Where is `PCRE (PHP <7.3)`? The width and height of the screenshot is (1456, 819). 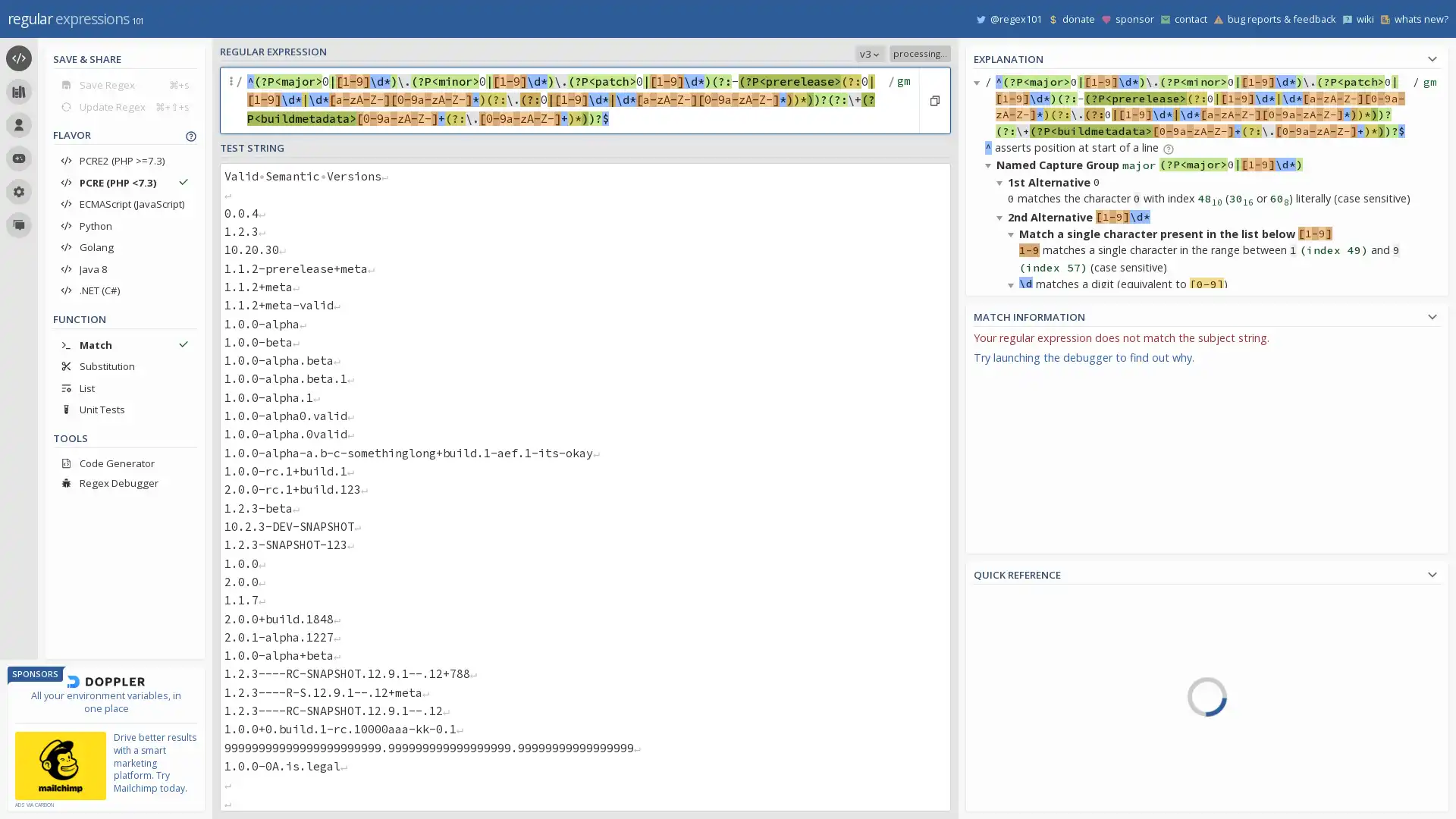 PCRE (PHP <7.3) is located at coordinates (124, 181).